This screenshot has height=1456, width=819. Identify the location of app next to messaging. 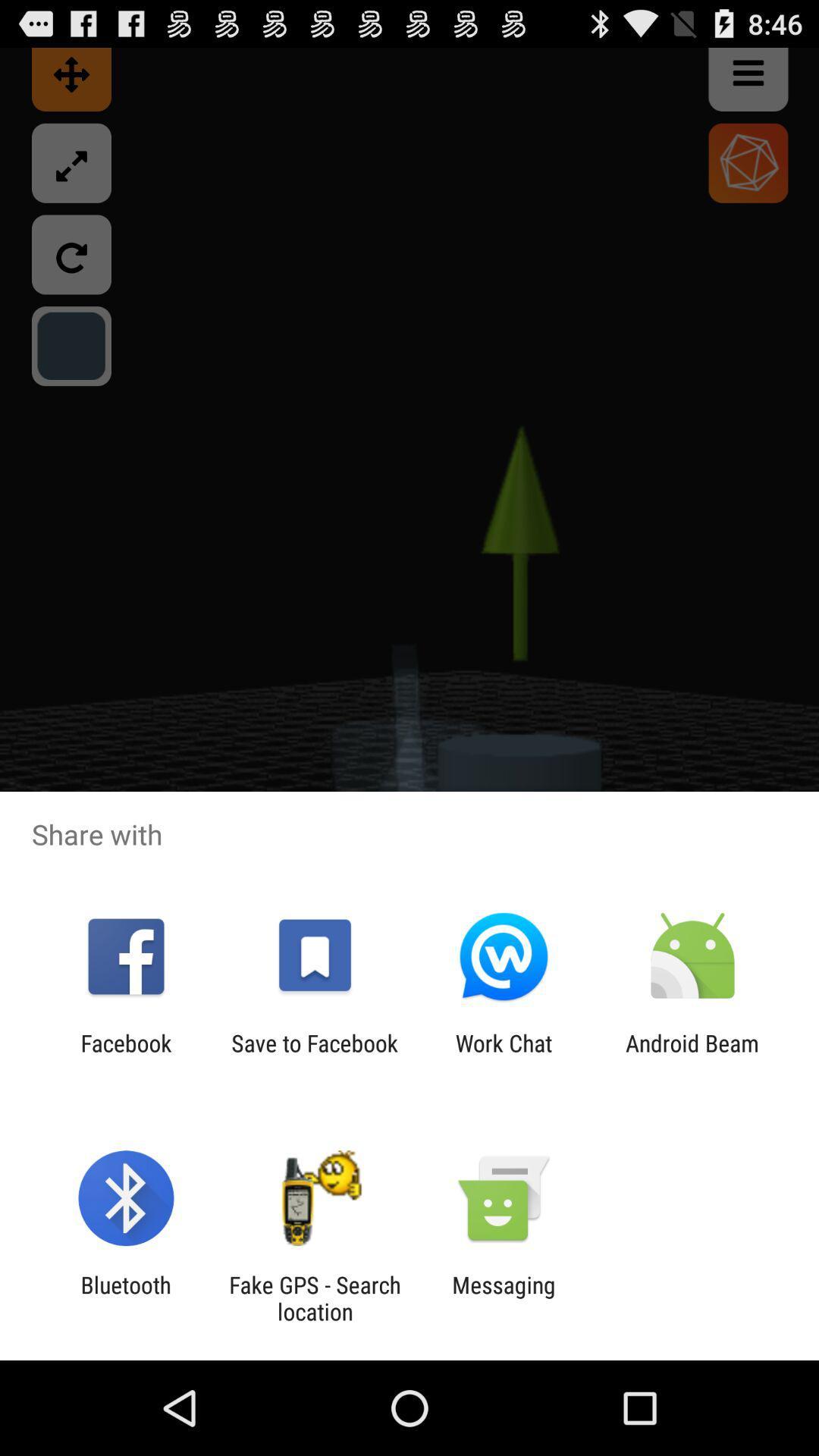
(314, 1298).